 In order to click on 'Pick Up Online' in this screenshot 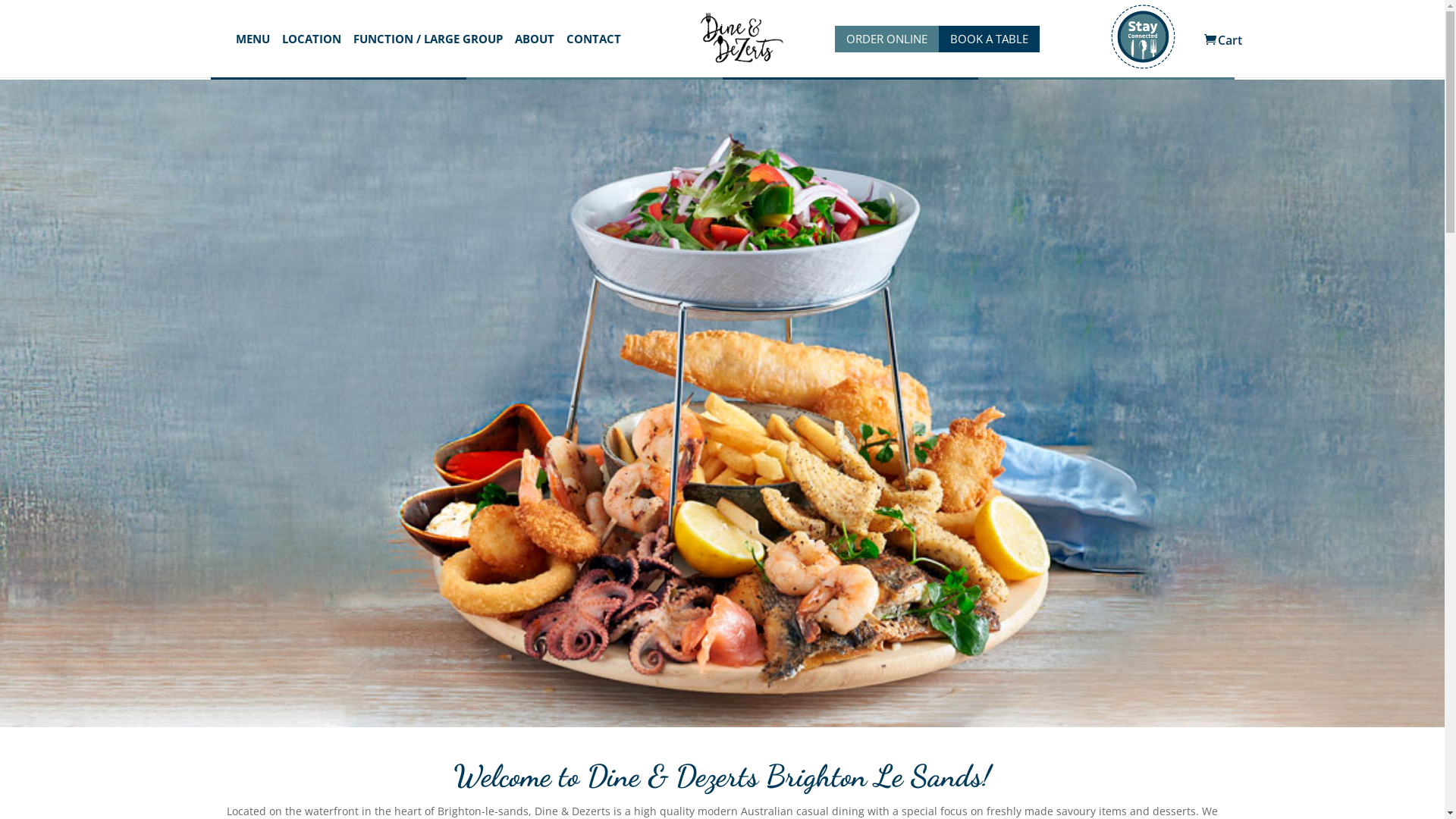, I will do `click(337, 62)`.